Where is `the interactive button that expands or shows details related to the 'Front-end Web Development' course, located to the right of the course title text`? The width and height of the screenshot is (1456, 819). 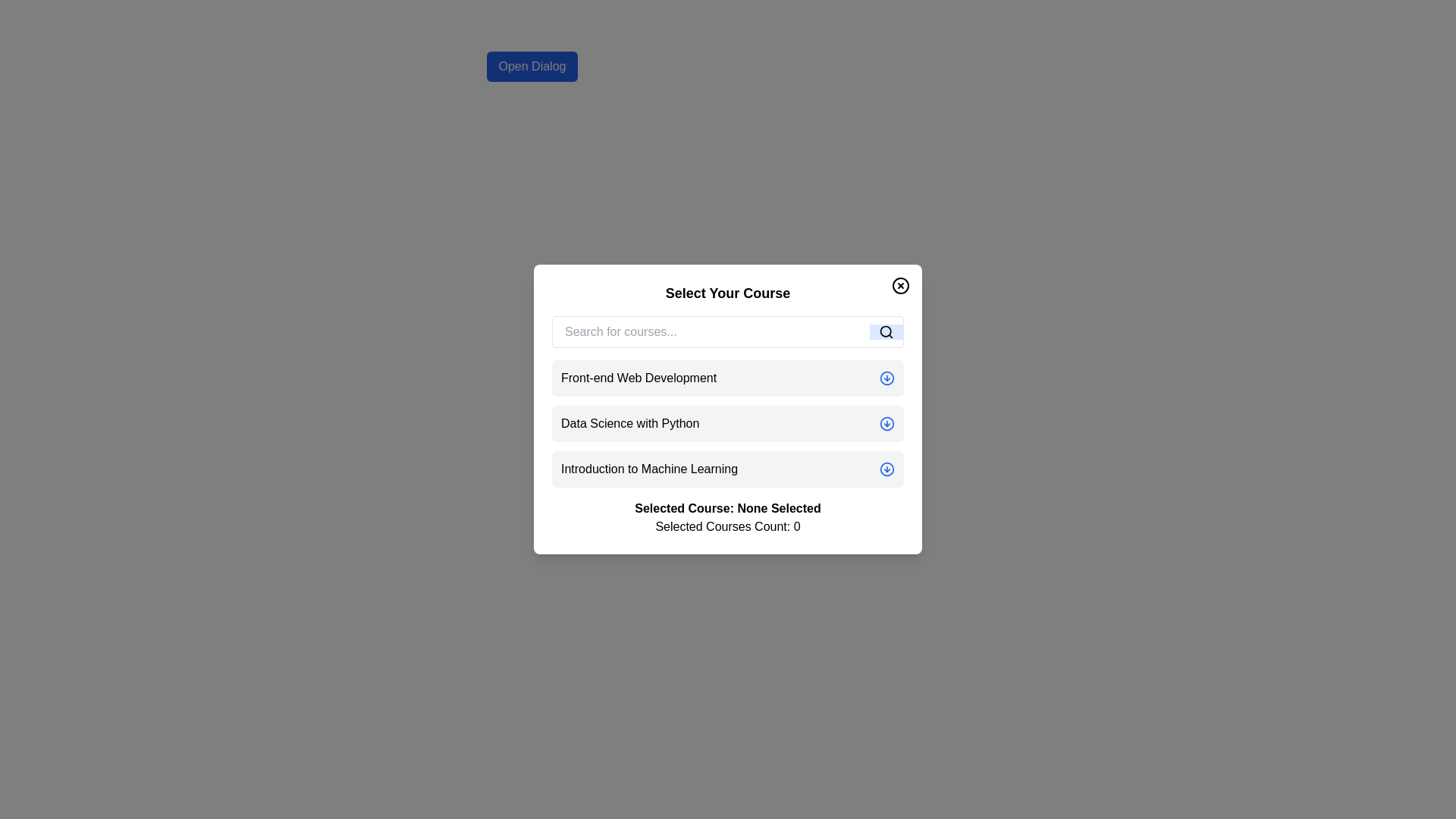 the interactive button that expands or shows details related to the 'Front-end Web Development' course, located to the right of the course title text is located at coordinates (887, 377).